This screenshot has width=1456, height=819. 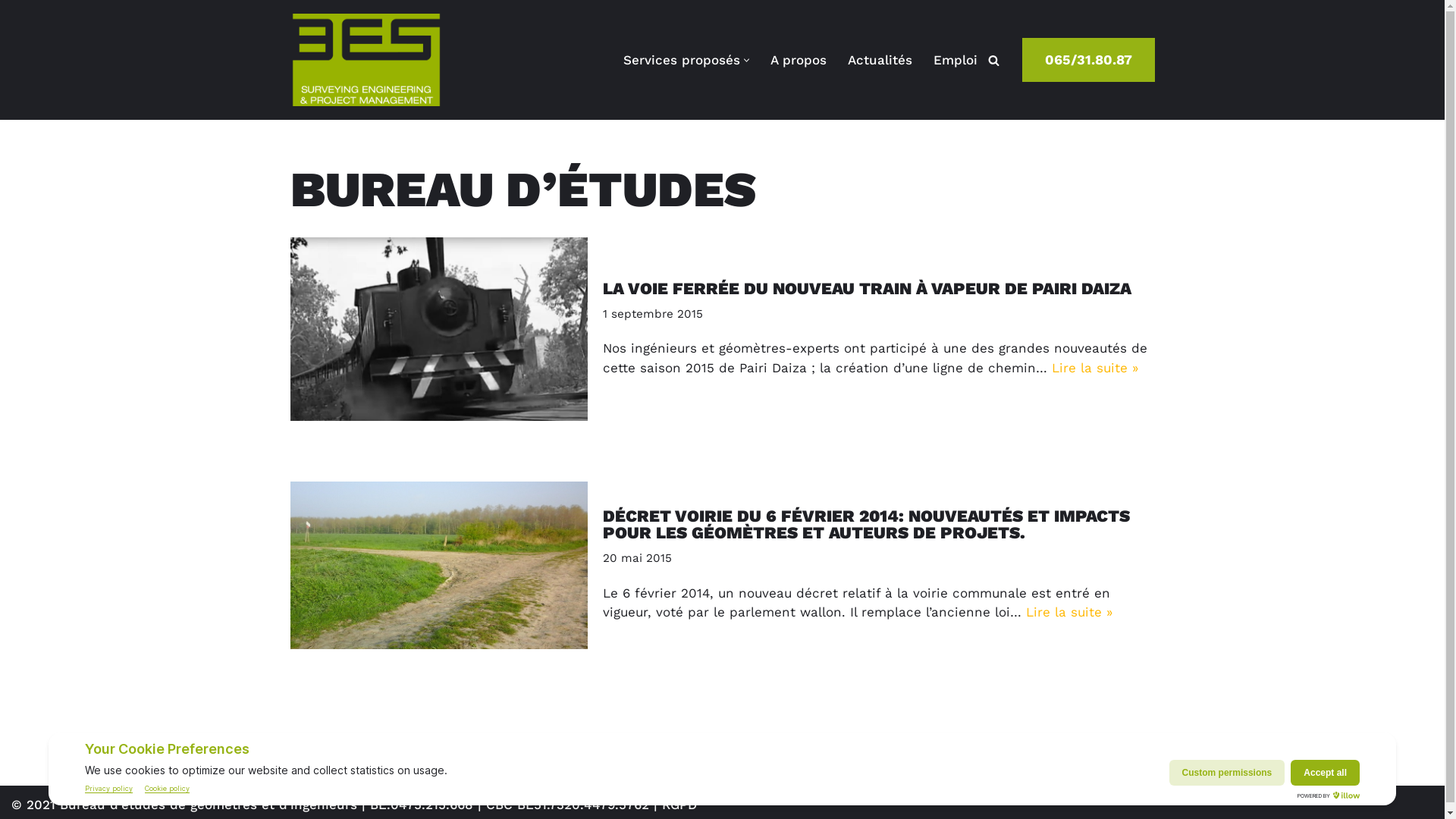 I want to click on 'A propos', so click(x=797, y=58).